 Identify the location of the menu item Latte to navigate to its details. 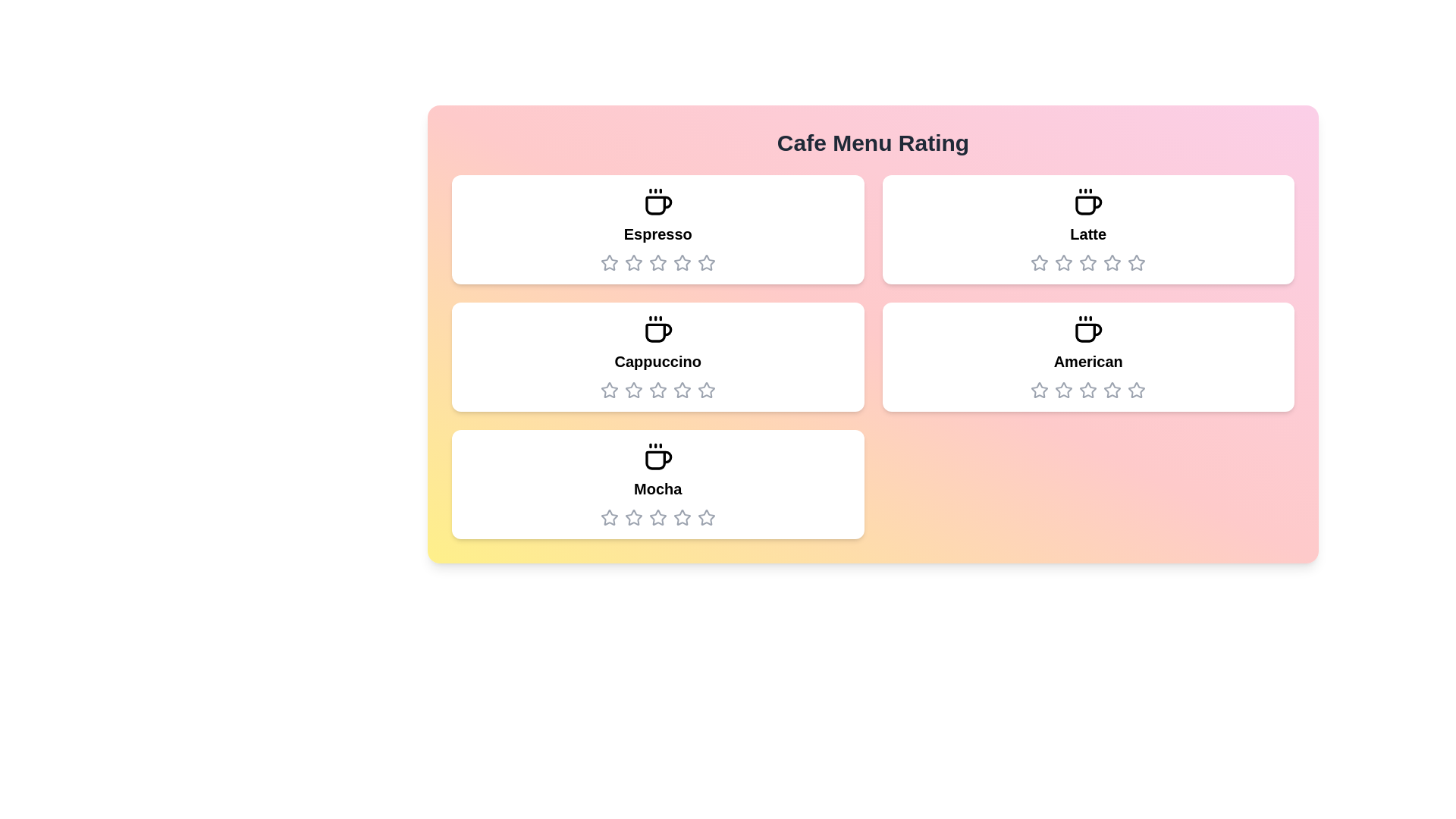
(1087, 230).